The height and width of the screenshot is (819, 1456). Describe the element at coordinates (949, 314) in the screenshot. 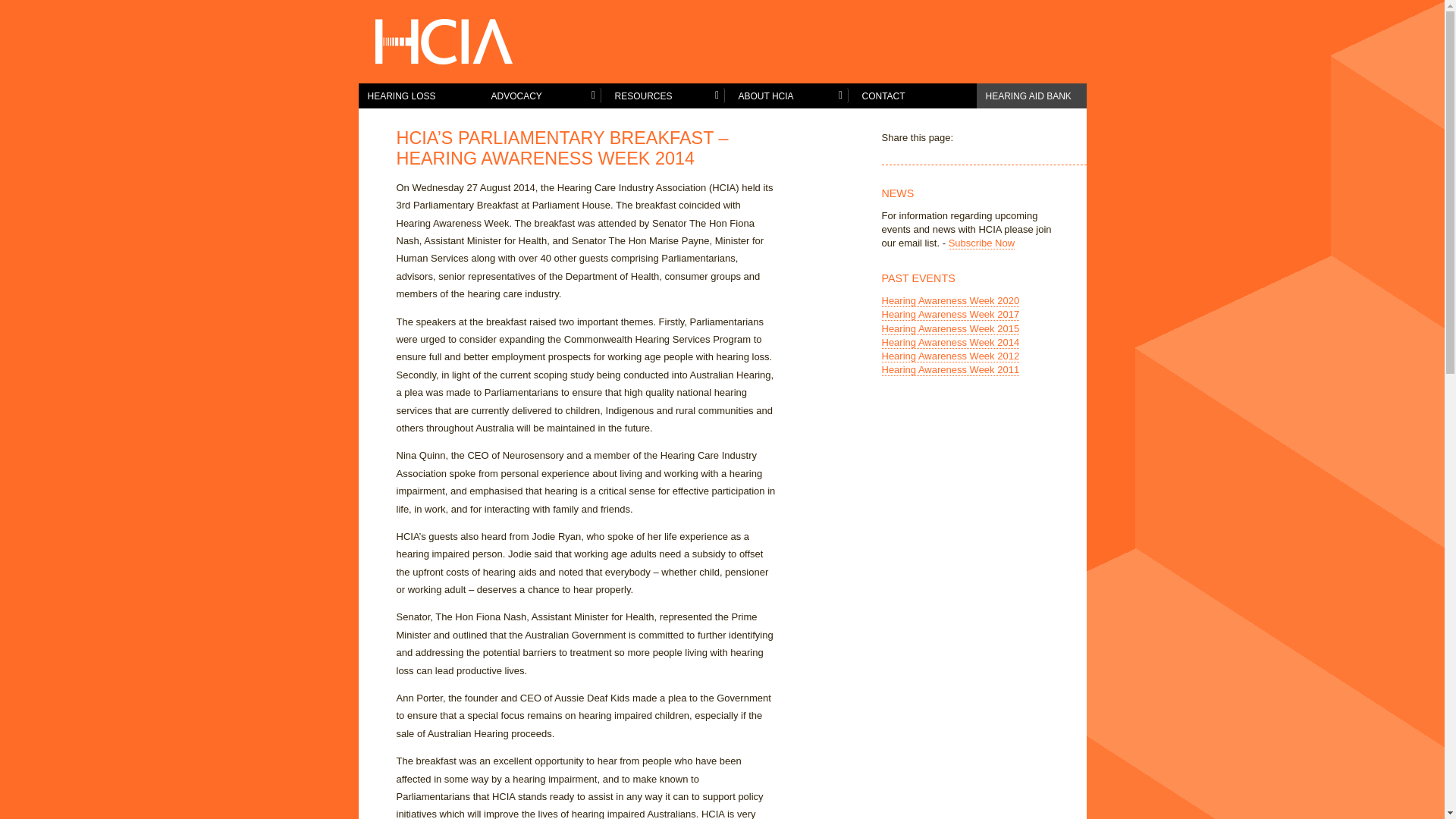

I see `'Hearing Awareness Week 2017'` at that location.